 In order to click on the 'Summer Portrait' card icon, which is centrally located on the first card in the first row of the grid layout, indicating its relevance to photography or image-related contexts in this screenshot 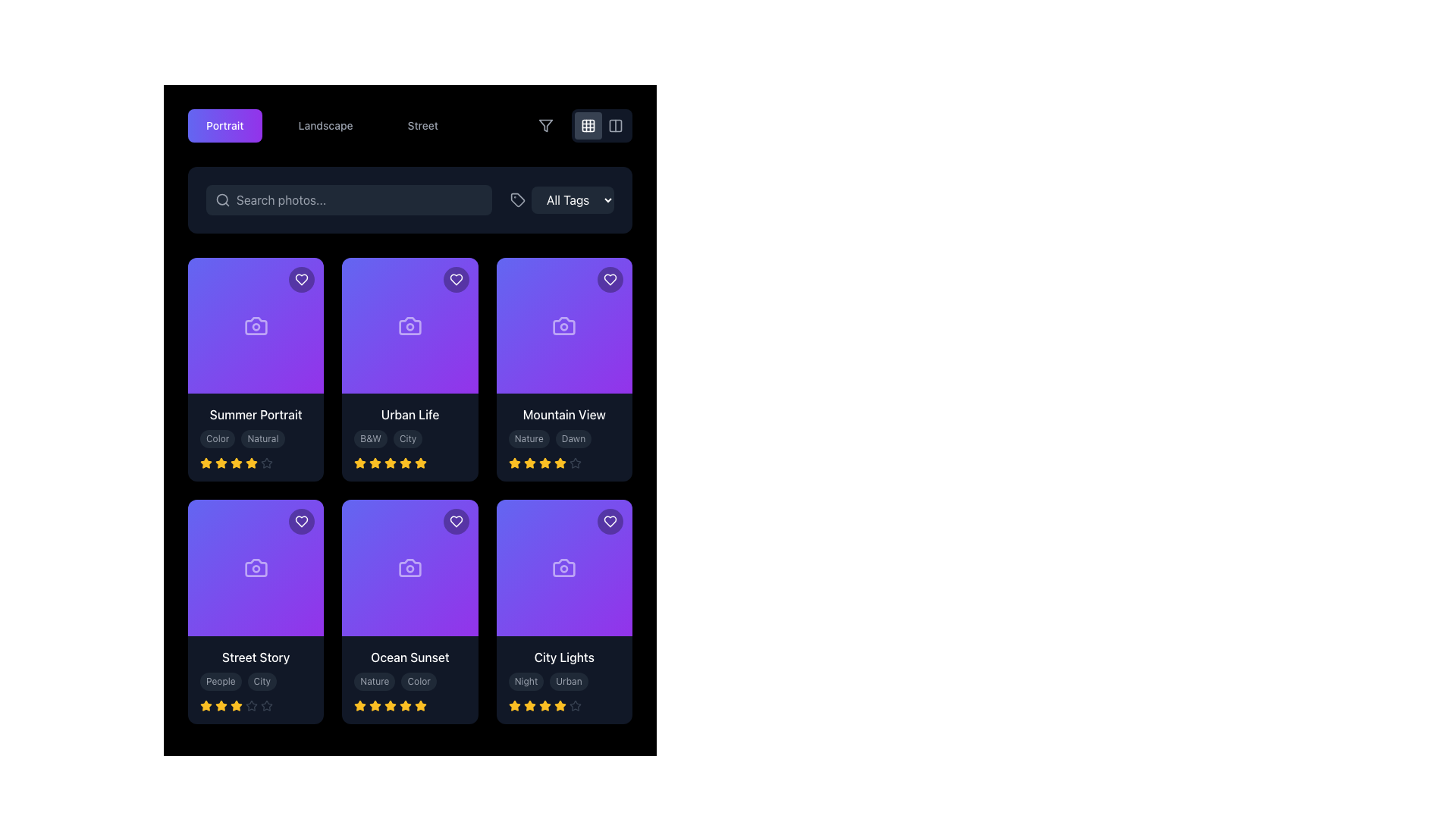, I will do `click(256, 325)`.